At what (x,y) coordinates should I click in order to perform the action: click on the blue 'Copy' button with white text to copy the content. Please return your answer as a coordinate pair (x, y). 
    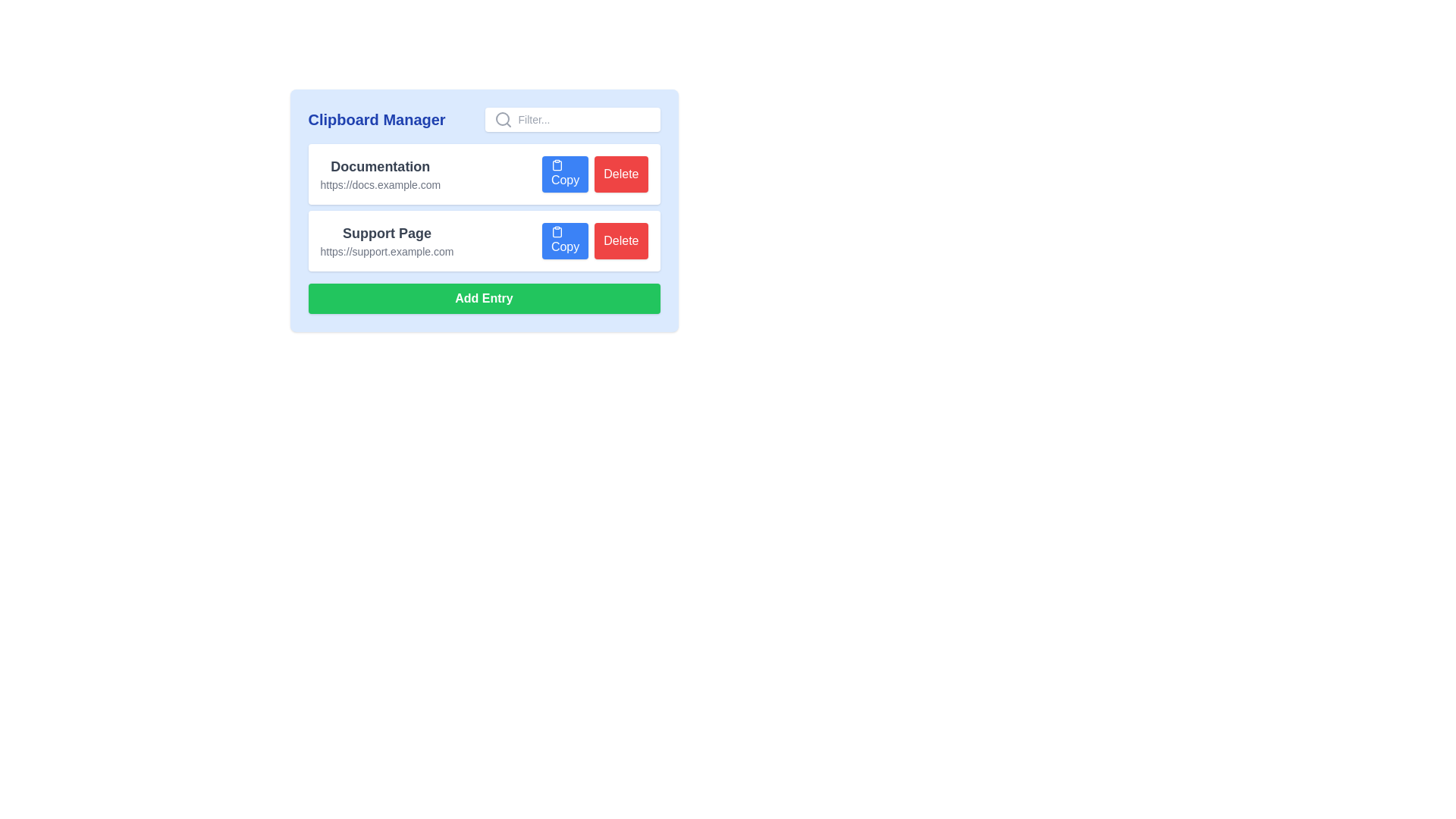
    Looking at the image, I should click on (564, 240).